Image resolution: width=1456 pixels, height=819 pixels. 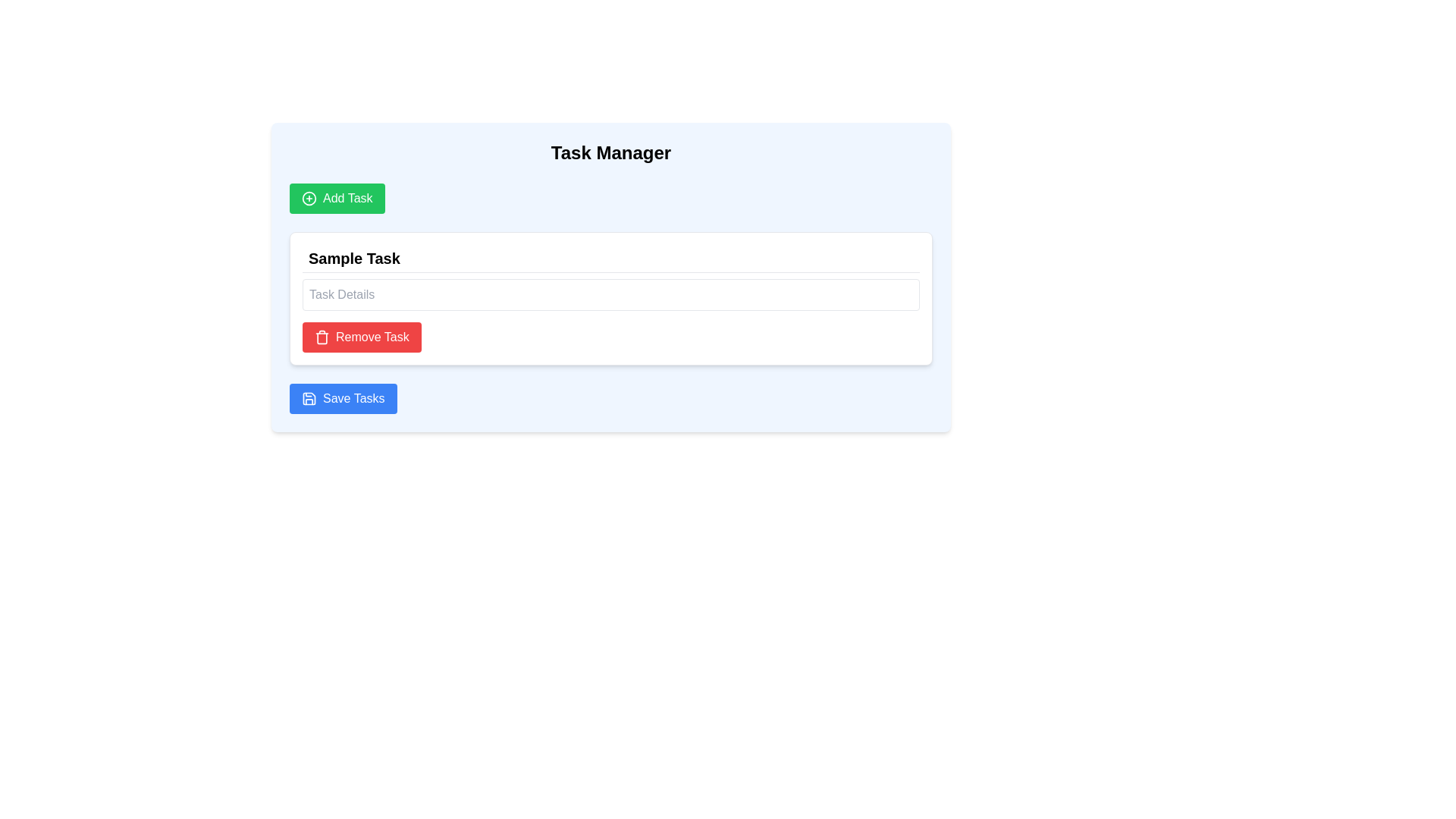 I want to click on the circular SVG icon with a plus sign, which is located within the 'Add Task' button in the top-left corner of the application interface, so click(x=309, y=198).